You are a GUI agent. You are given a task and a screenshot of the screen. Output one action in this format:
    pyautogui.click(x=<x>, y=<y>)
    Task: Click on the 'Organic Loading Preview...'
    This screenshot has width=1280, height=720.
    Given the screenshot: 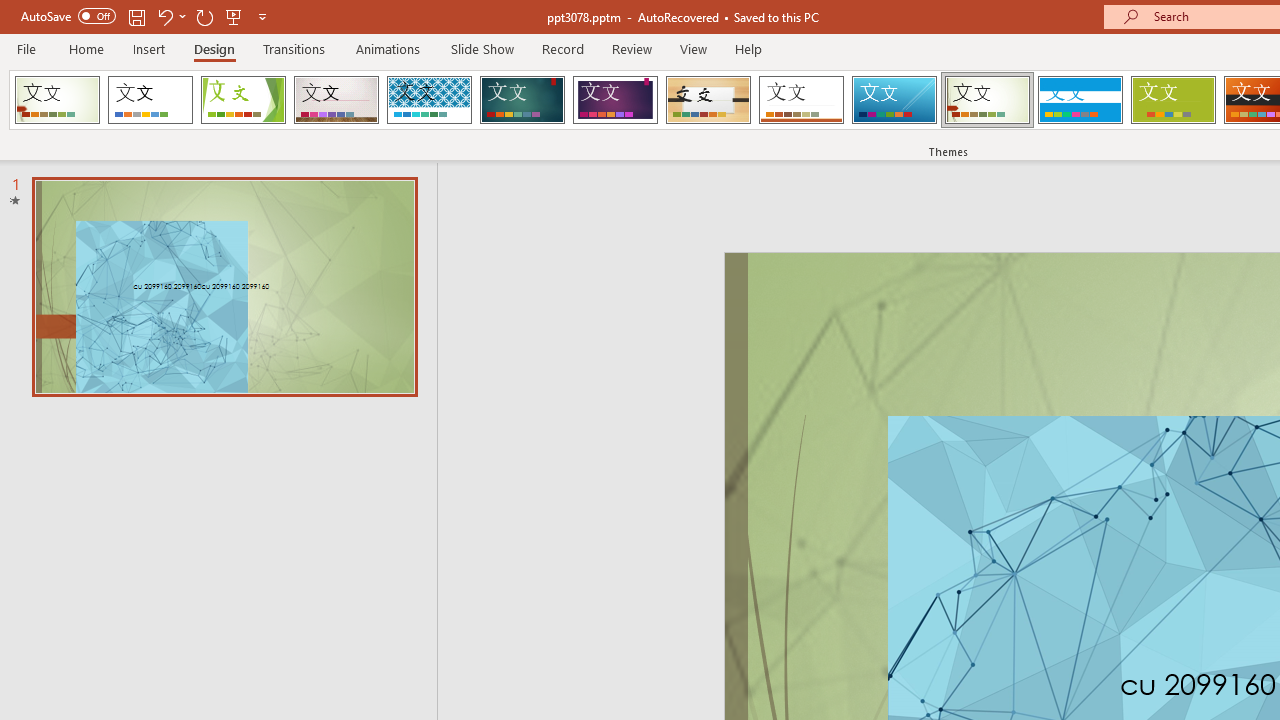 What is the action you would take?
    pyautogui.click(x=708, y=100)
    